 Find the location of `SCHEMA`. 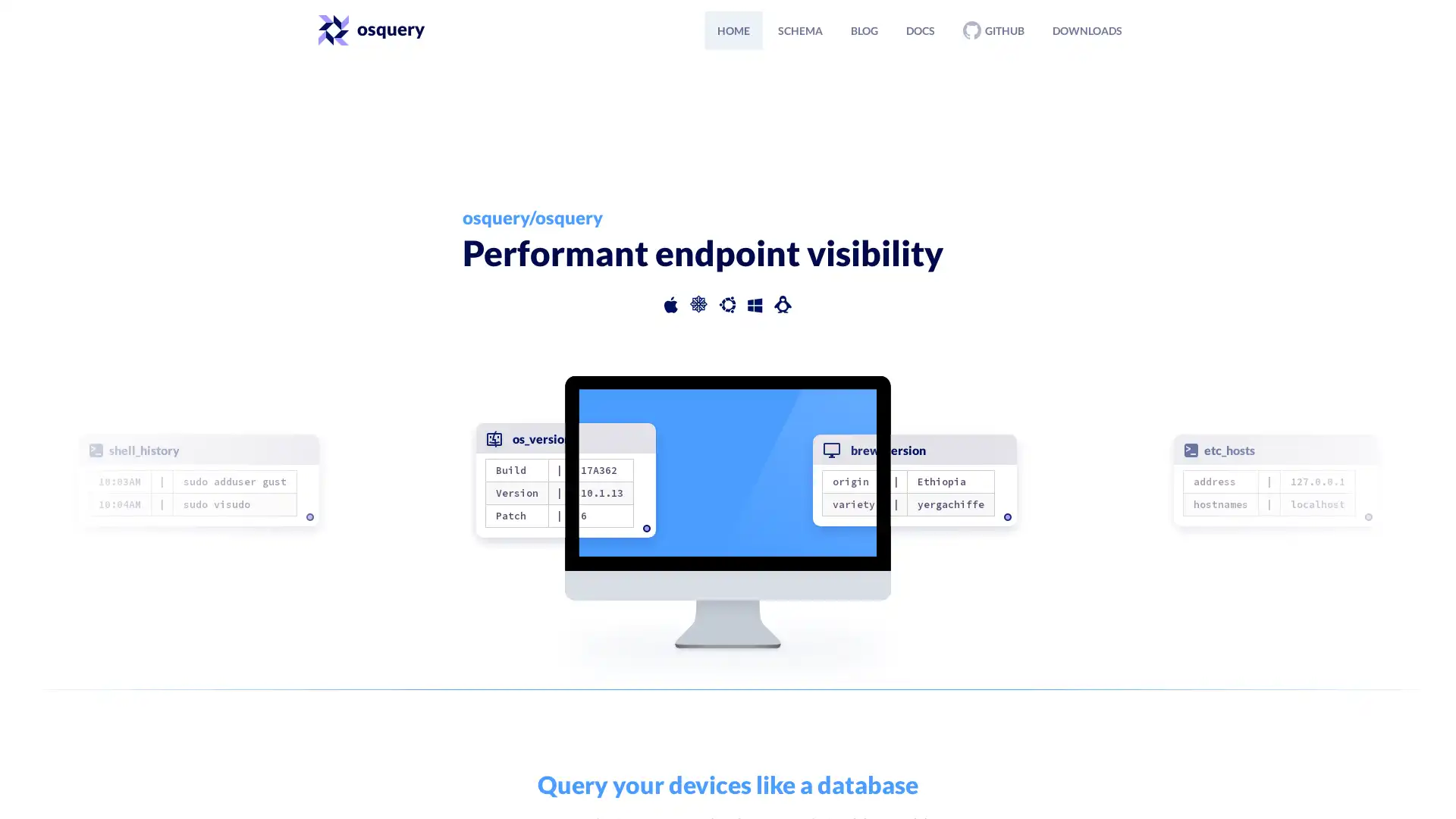

SCHEMA is located at coordinates (799, 30).